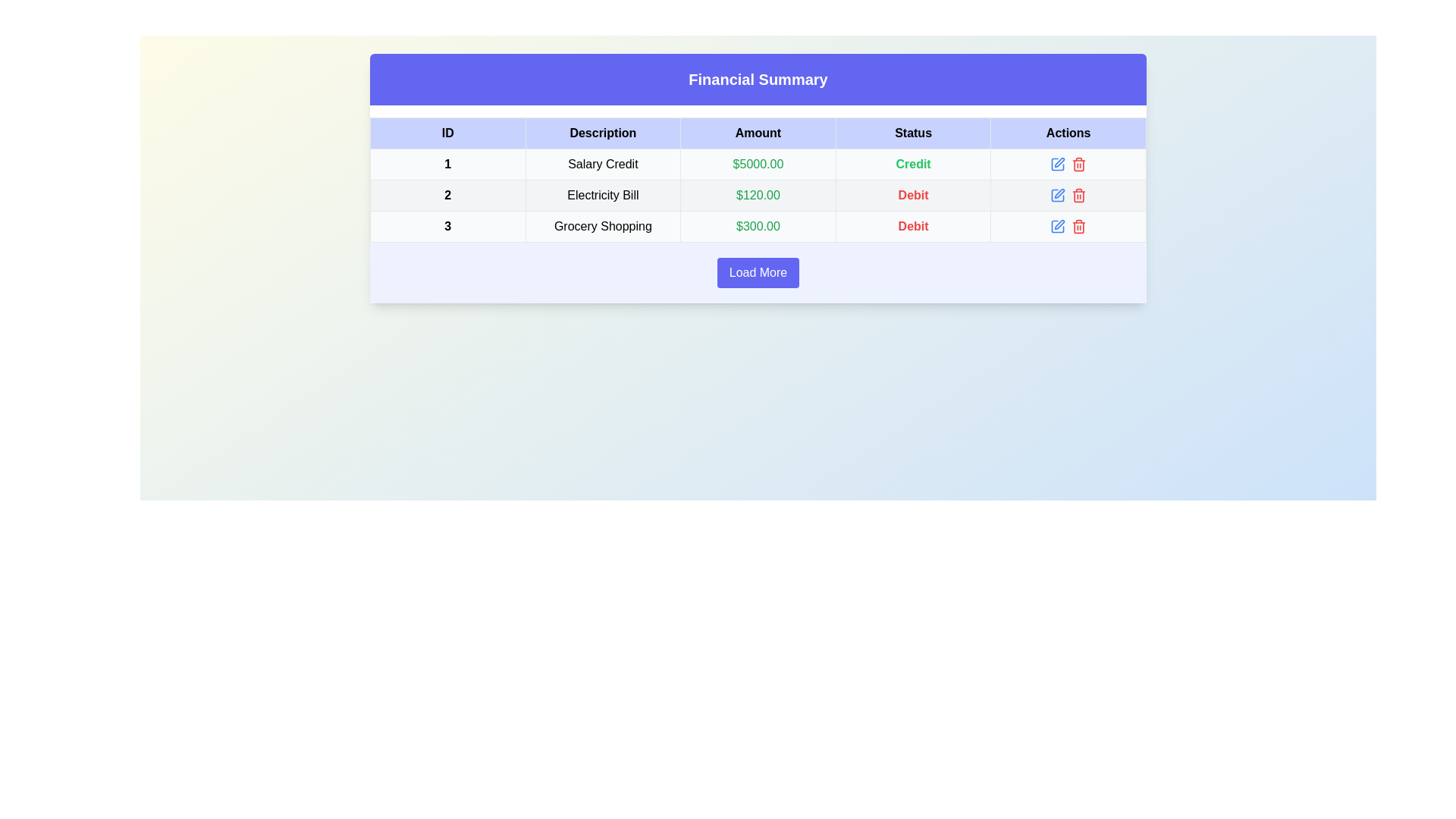  Describe the element at coordinates (1059, 224) in the screenshot. I see `the edit icon located in the Actions column of the last row of the table` at that location.